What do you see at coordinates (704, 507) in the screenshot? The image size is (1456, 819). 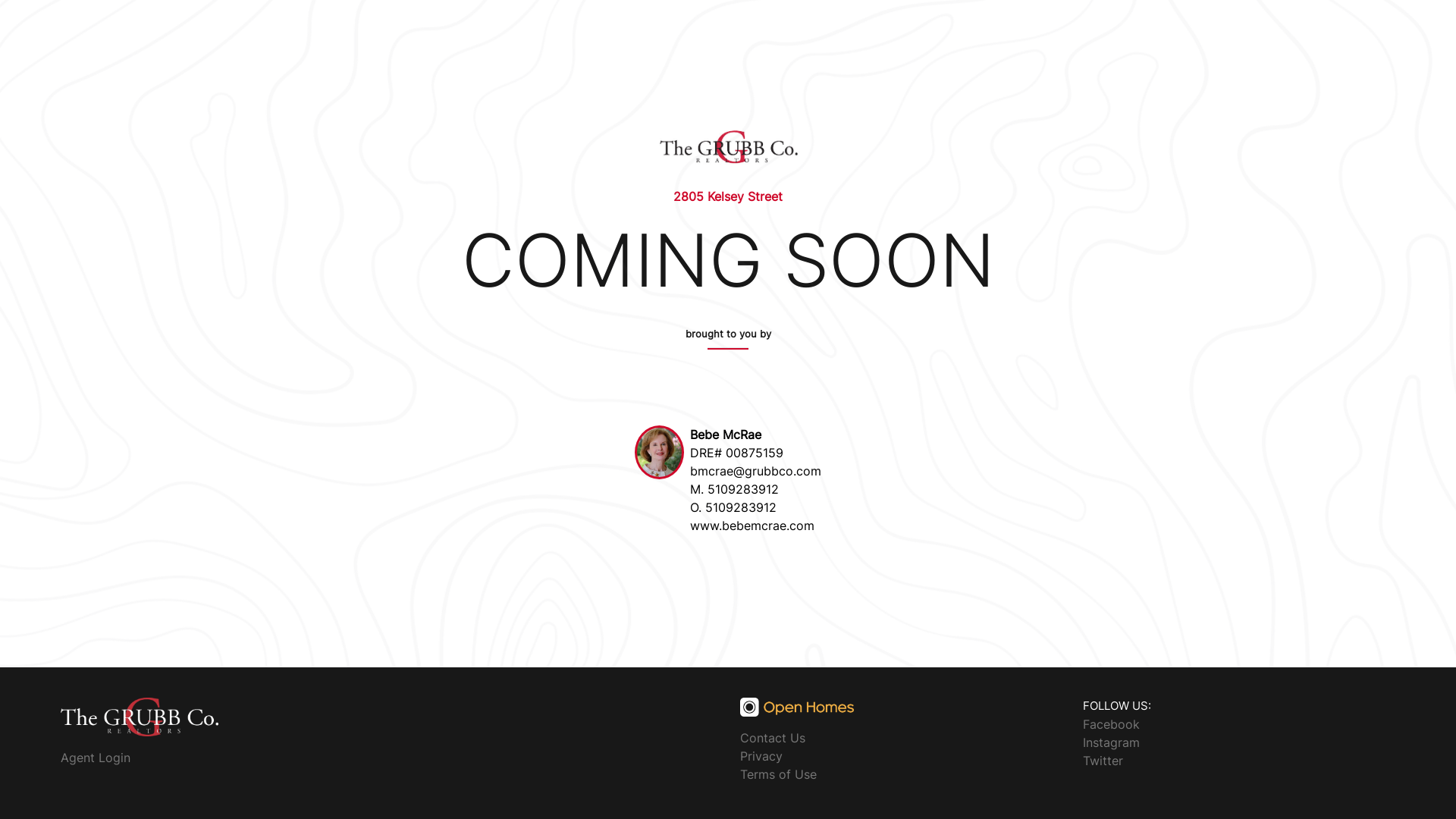 I see `'5109283912'` at bounding box center [704, 507].